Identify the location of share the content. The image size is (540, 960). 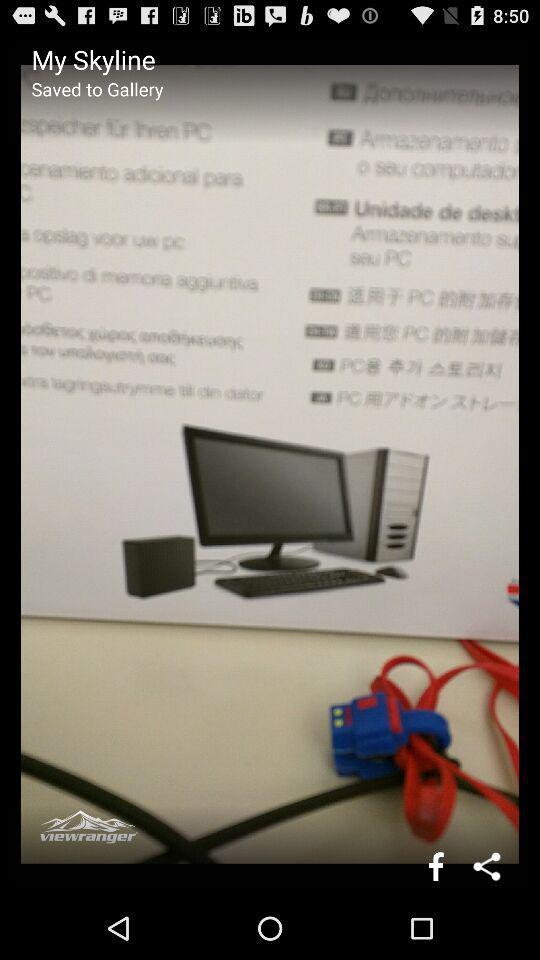
(487, 865).